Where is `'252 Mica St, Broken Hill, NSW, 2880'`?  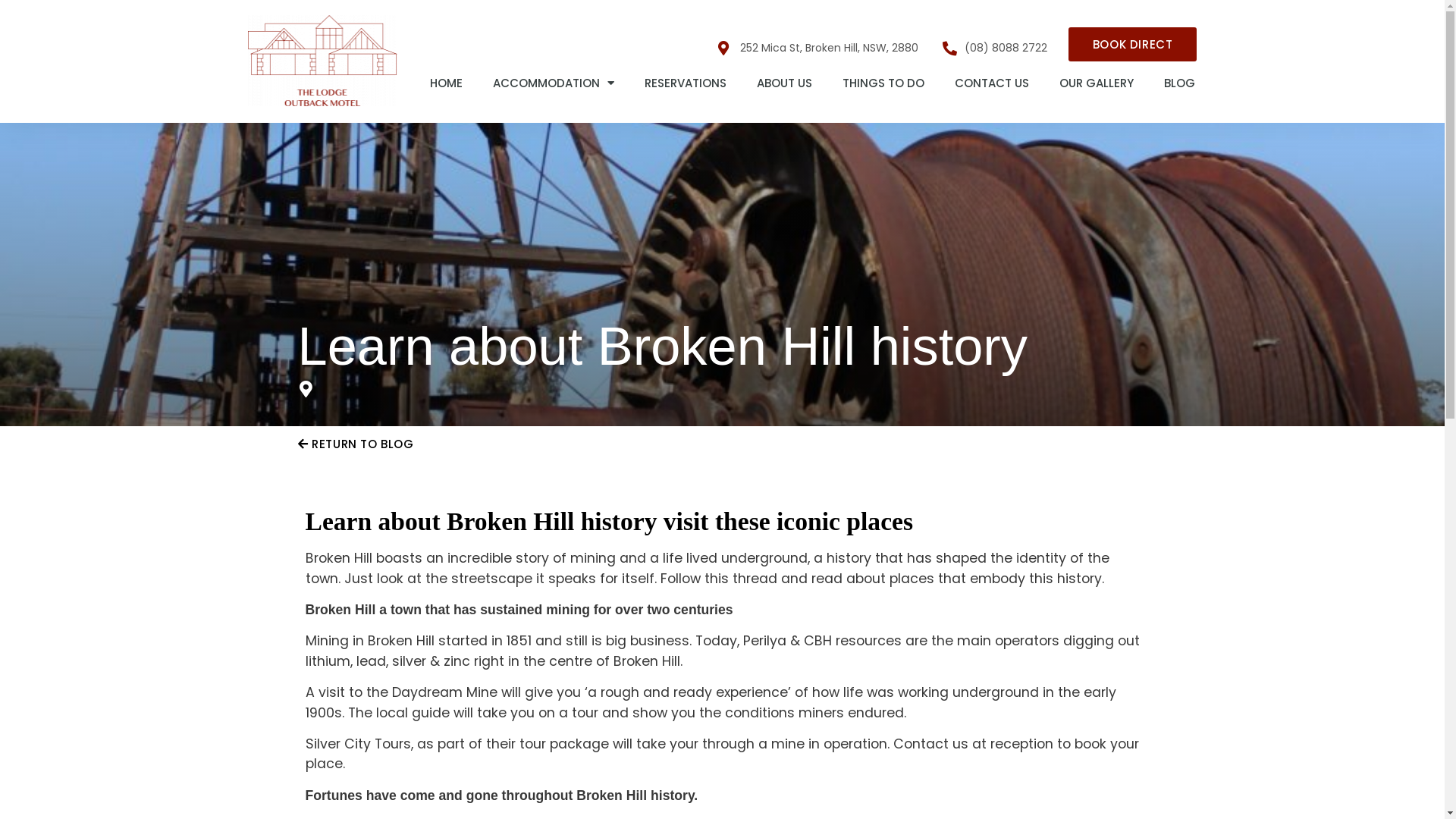 '252 Mica St, Broken Hill, NSW, 2880' is located at coordinates (817, 46).